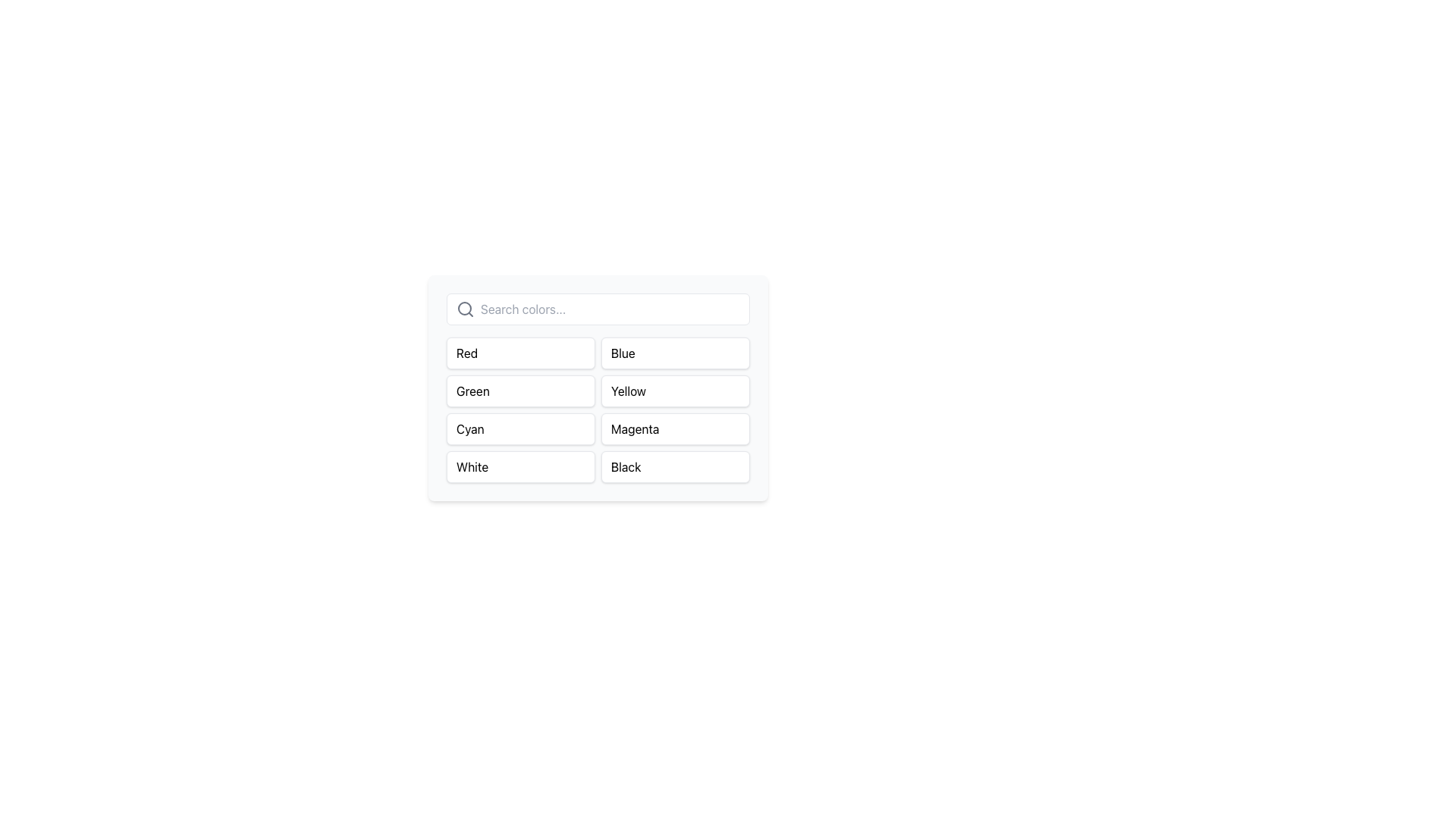 The height and width of the screenshot is (819, 1456). Describe the element at coordinates (520, 353) in the screenshot. I see `the rectangular button labeled 'Red' with a white background` at that location.